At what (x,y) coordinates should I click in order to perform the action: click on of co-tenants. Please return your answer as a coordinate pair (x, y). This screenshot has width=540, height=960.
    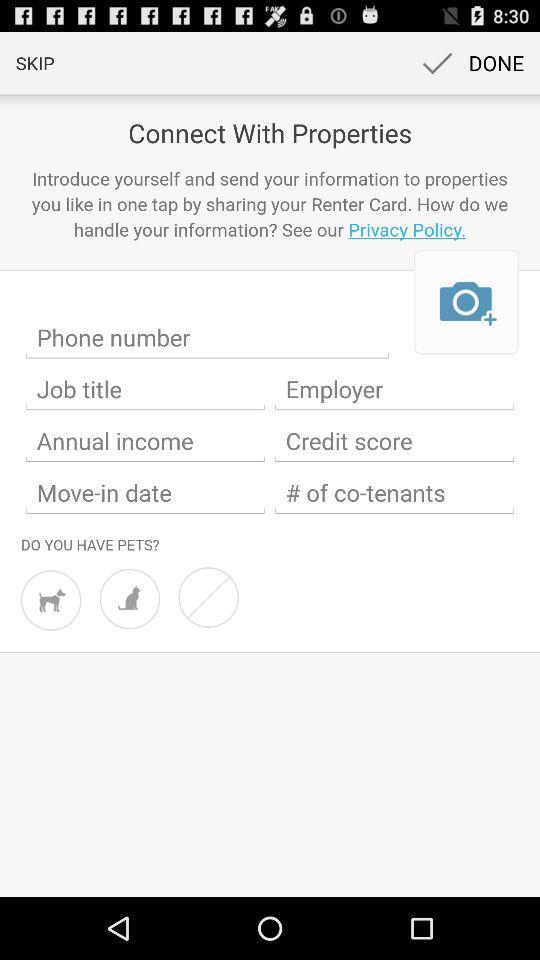
    Looking at the image, I should click on (394, 492).